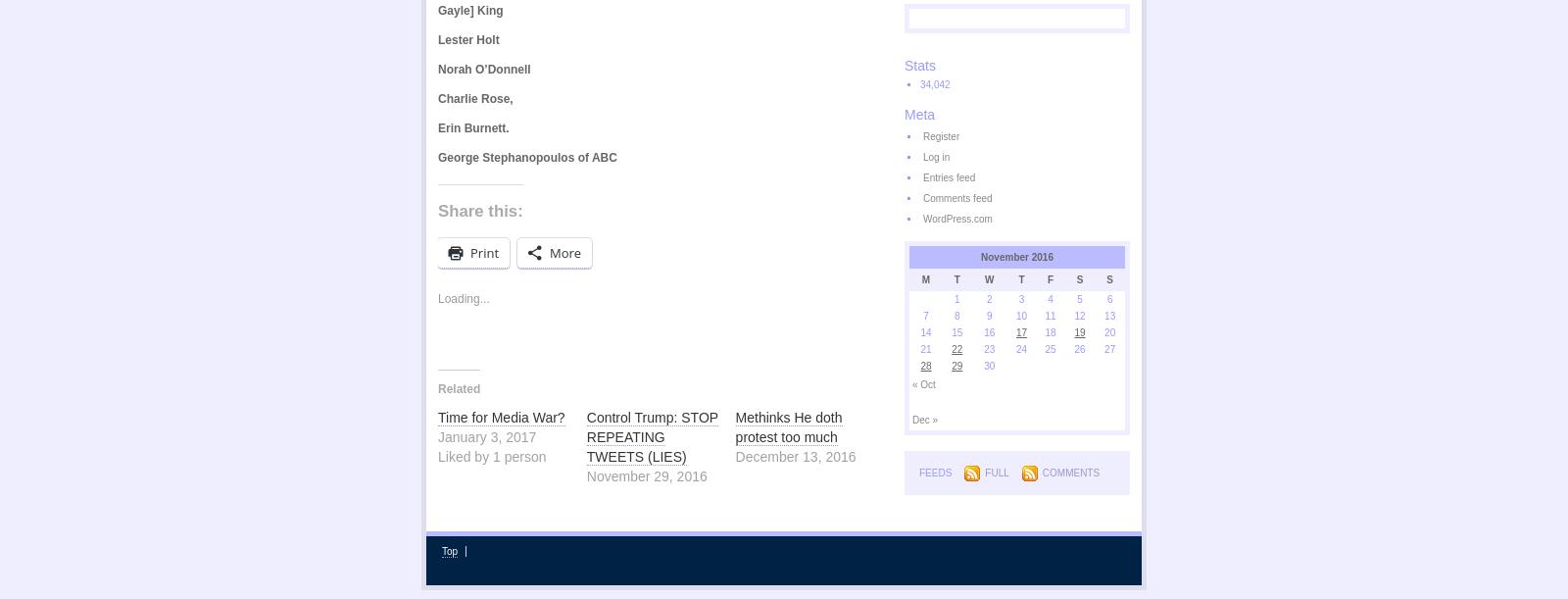 The width and height of the screenshot is (1568, 599). I want to click on '10', so click(1021, 315).